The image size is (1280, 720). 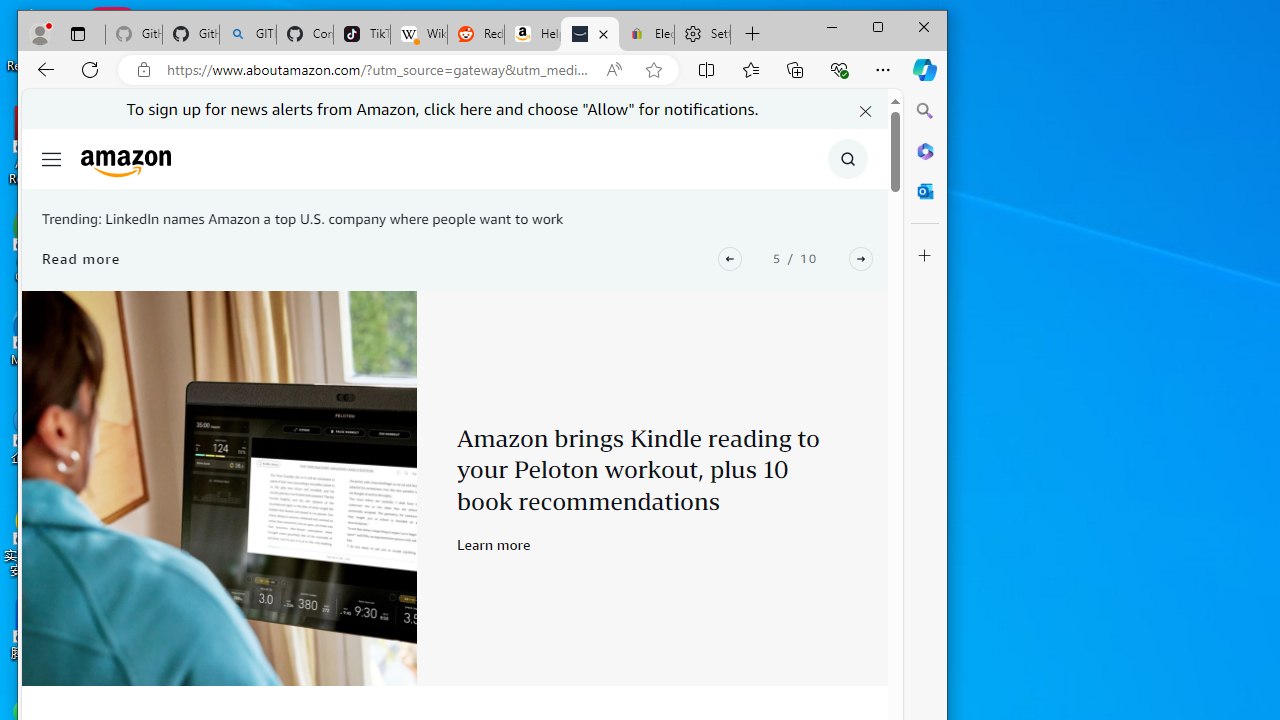 I want to click on 'Peloton x Kindle', so click(x=219, y=488).